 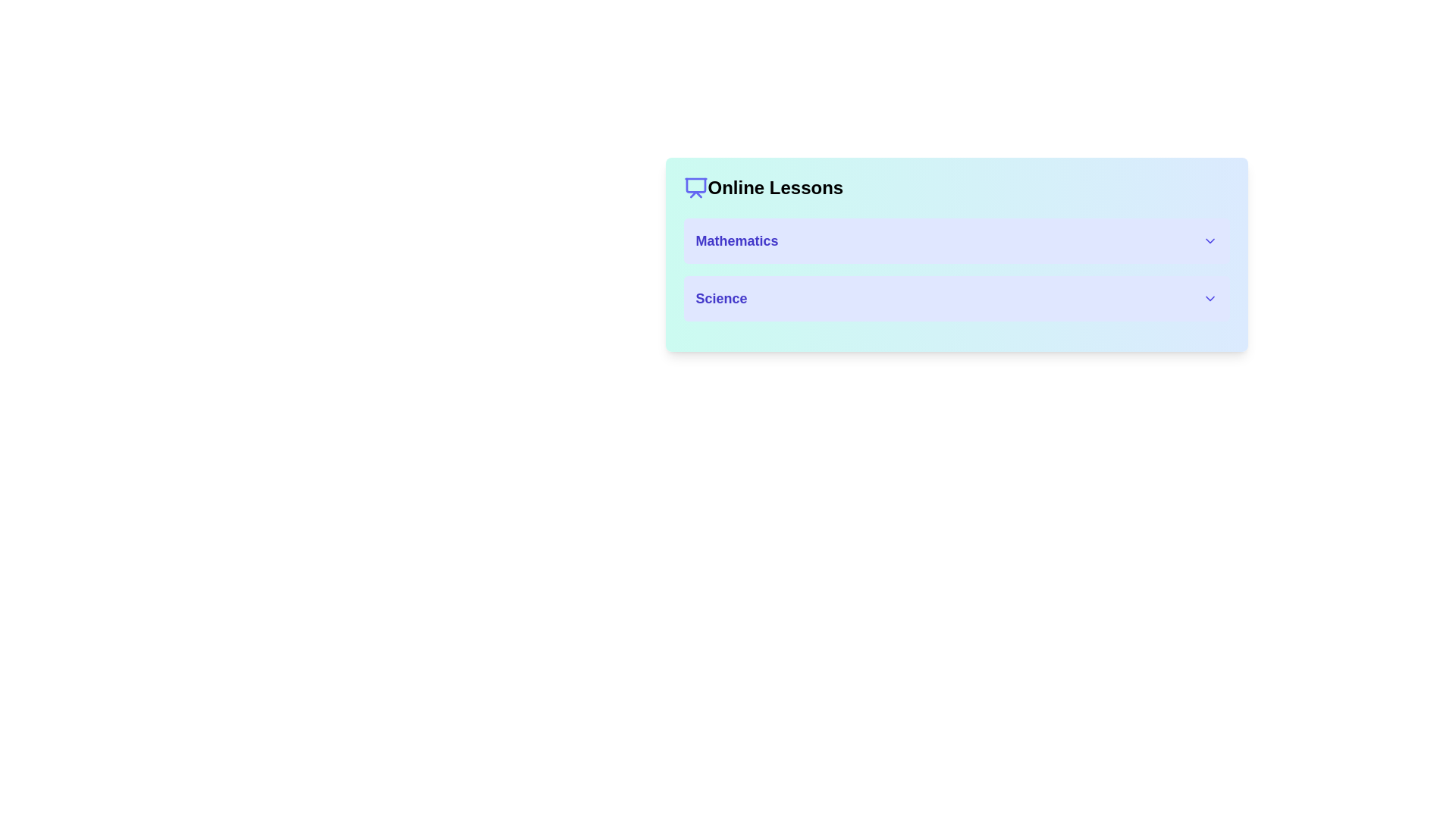 I want to click on the stylized presentation board icon with a blue outline located to the left of the 'Online Lessons' text, so click(x=695, y=187).